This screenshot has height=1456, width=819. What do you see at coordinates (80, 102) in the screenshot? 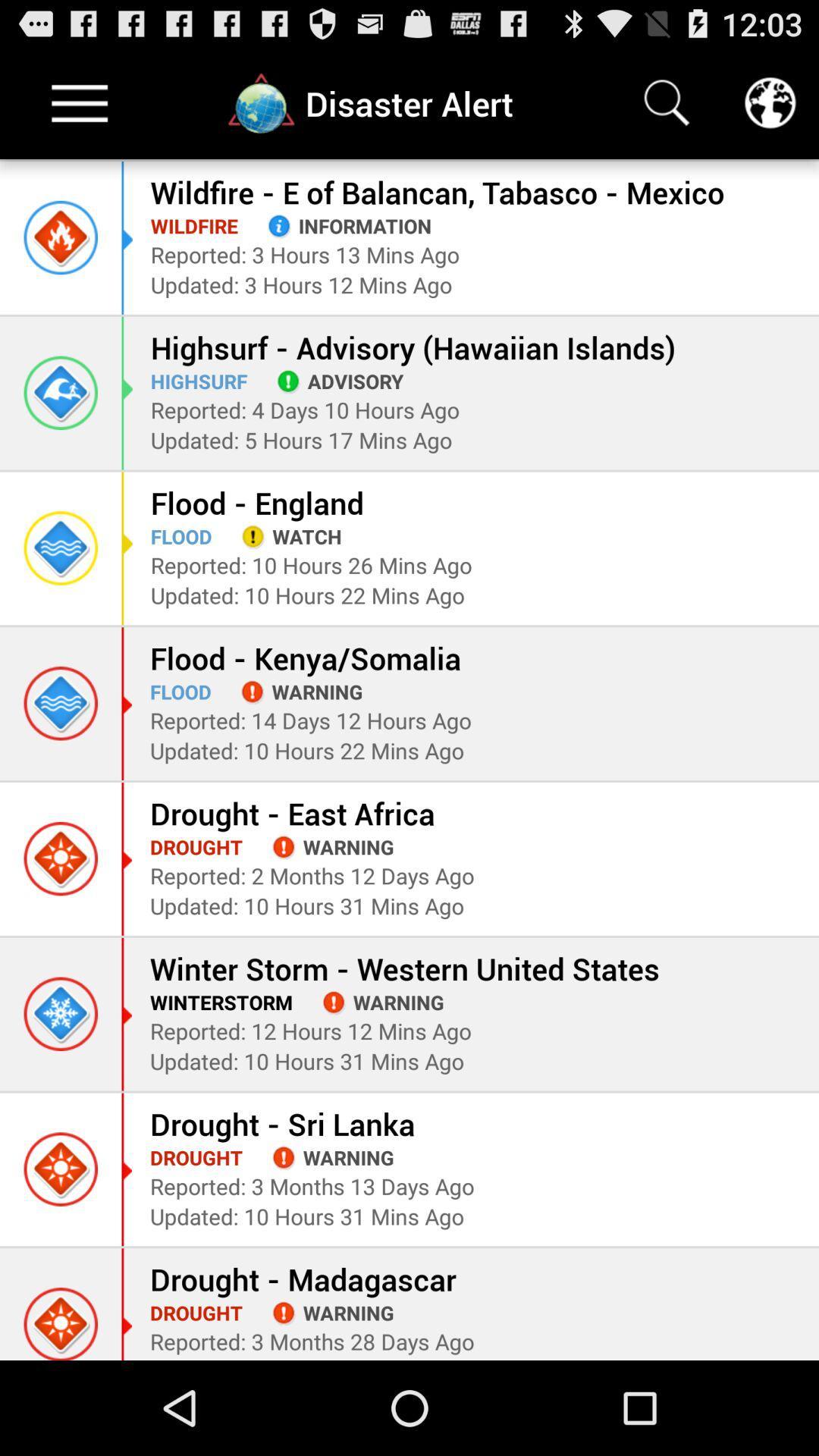
I see `expand menu` at bounding box center [80, 102].